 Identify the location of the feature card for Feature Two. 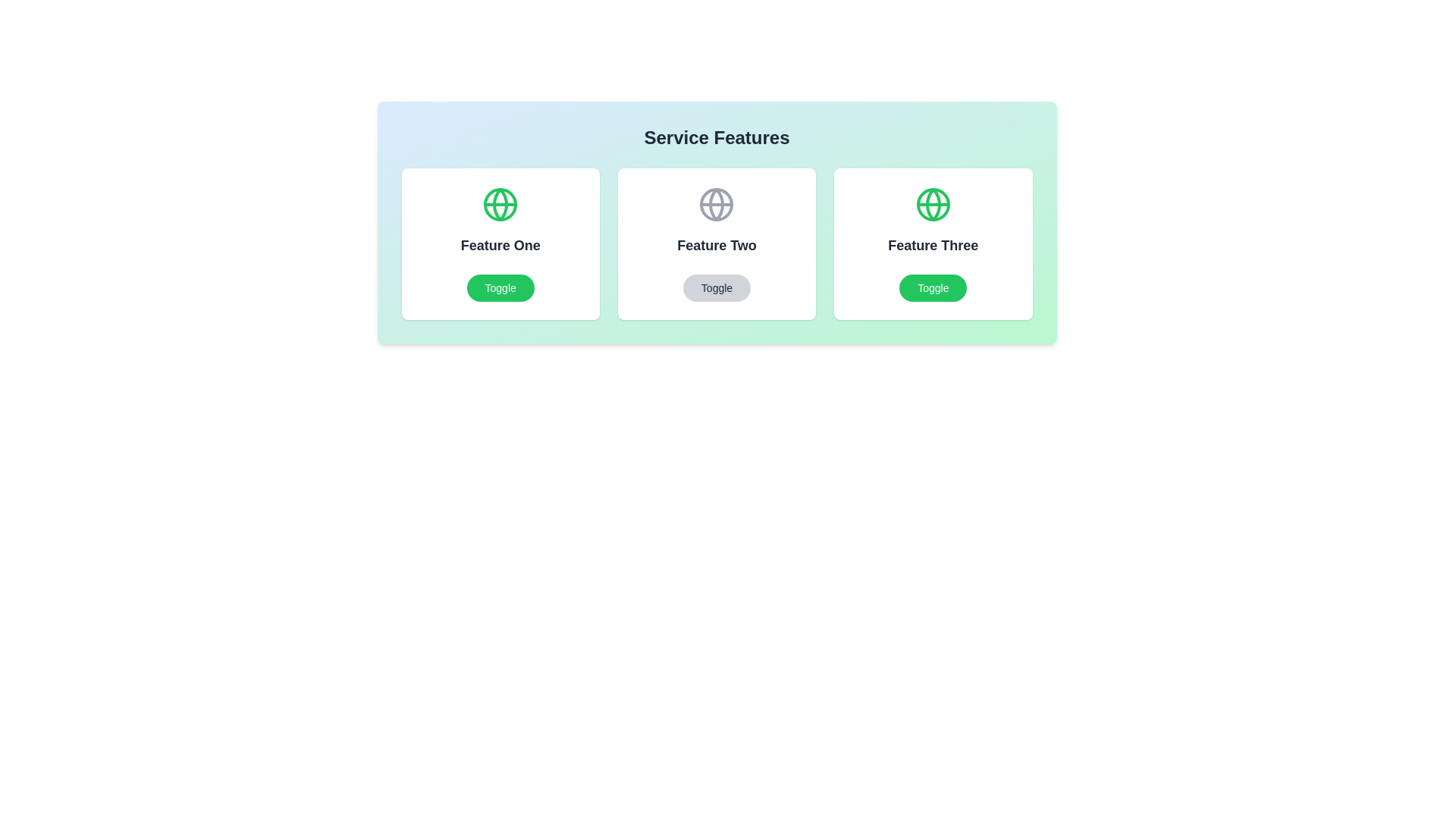
(716, 243).